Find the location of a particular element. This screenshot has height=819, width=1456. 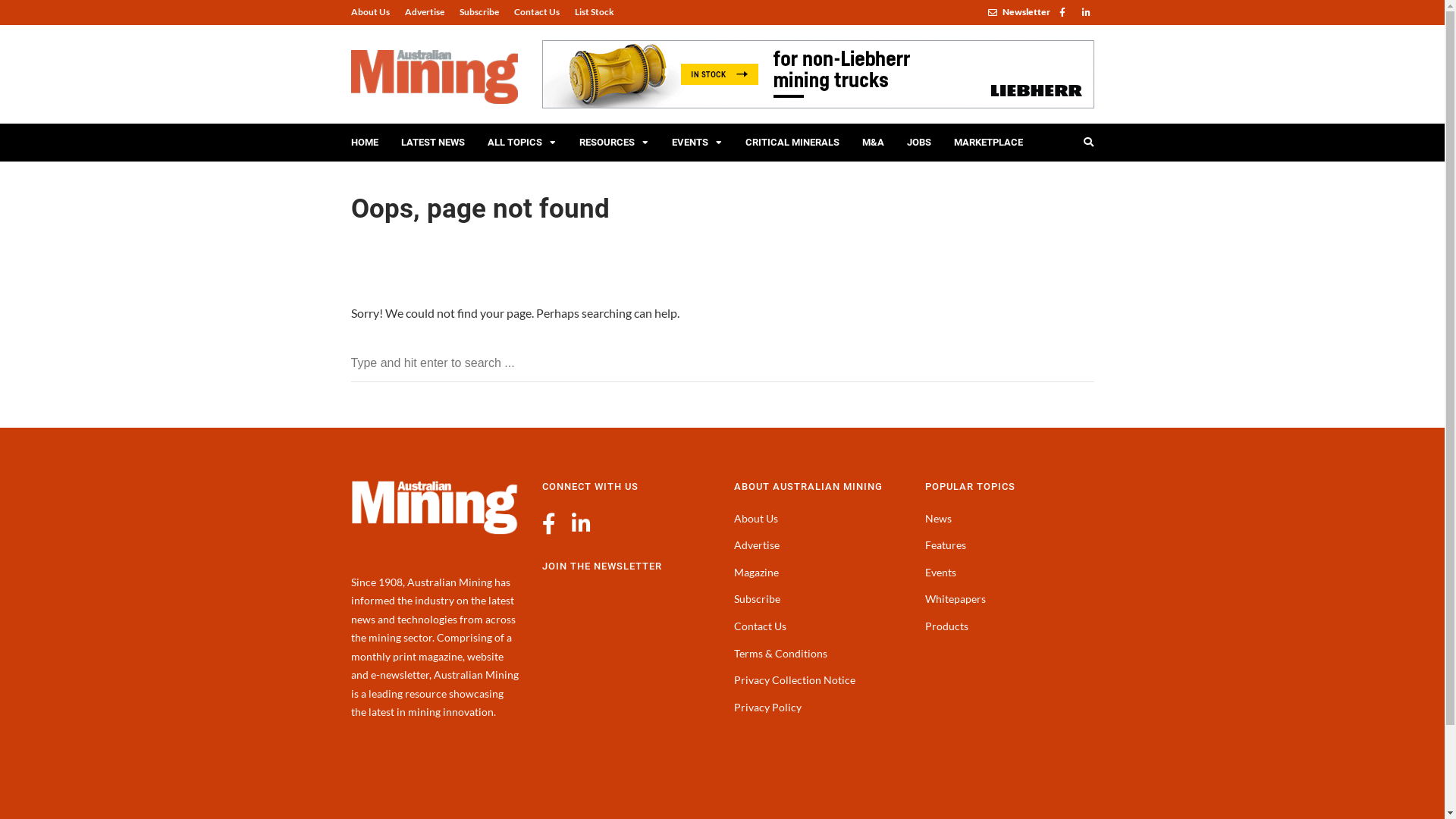

'M&A' is located at coordinates (873, 143).